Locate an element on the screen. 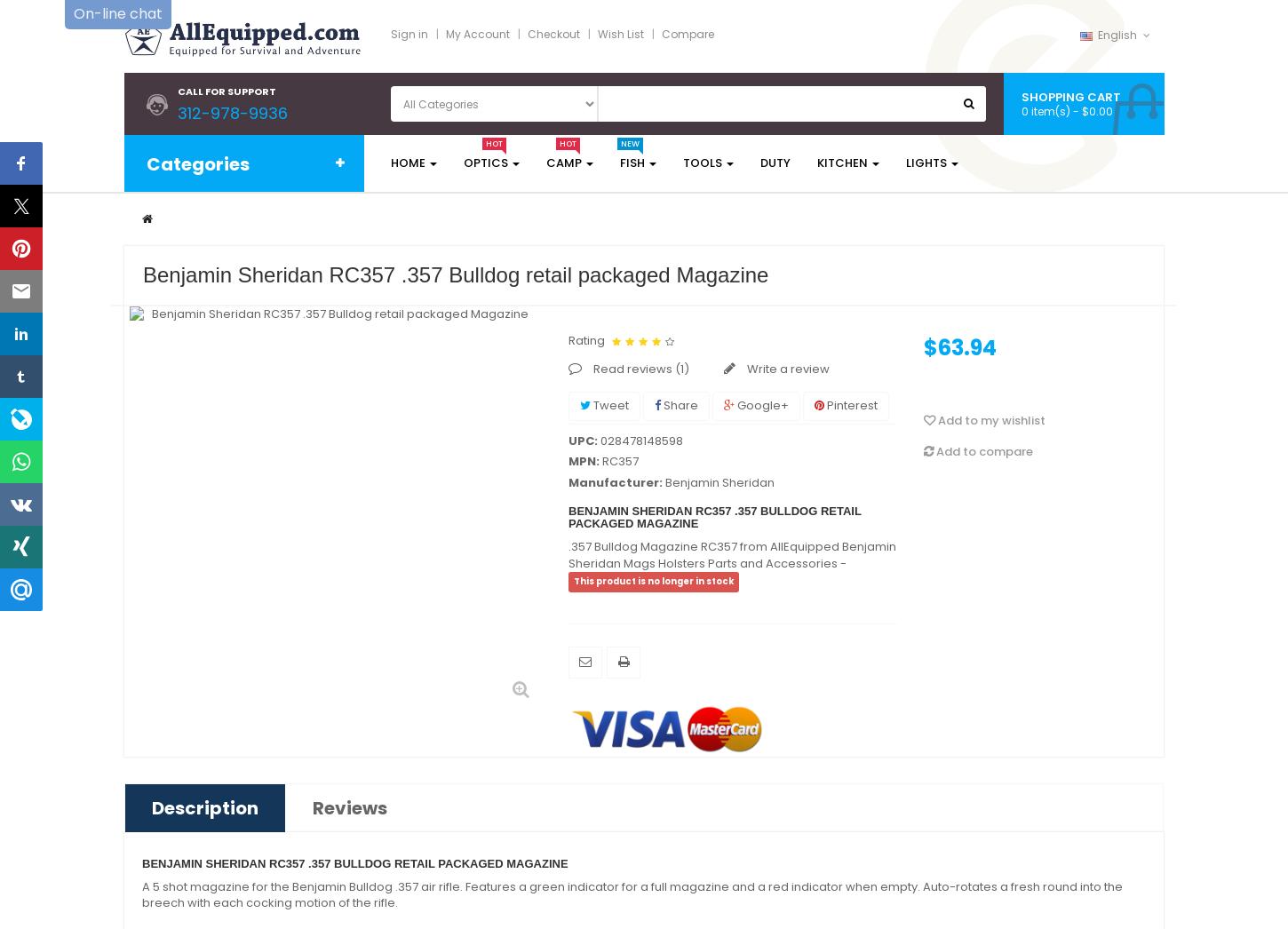  'Fishing Equipment' is located at coordinates (242, 259).